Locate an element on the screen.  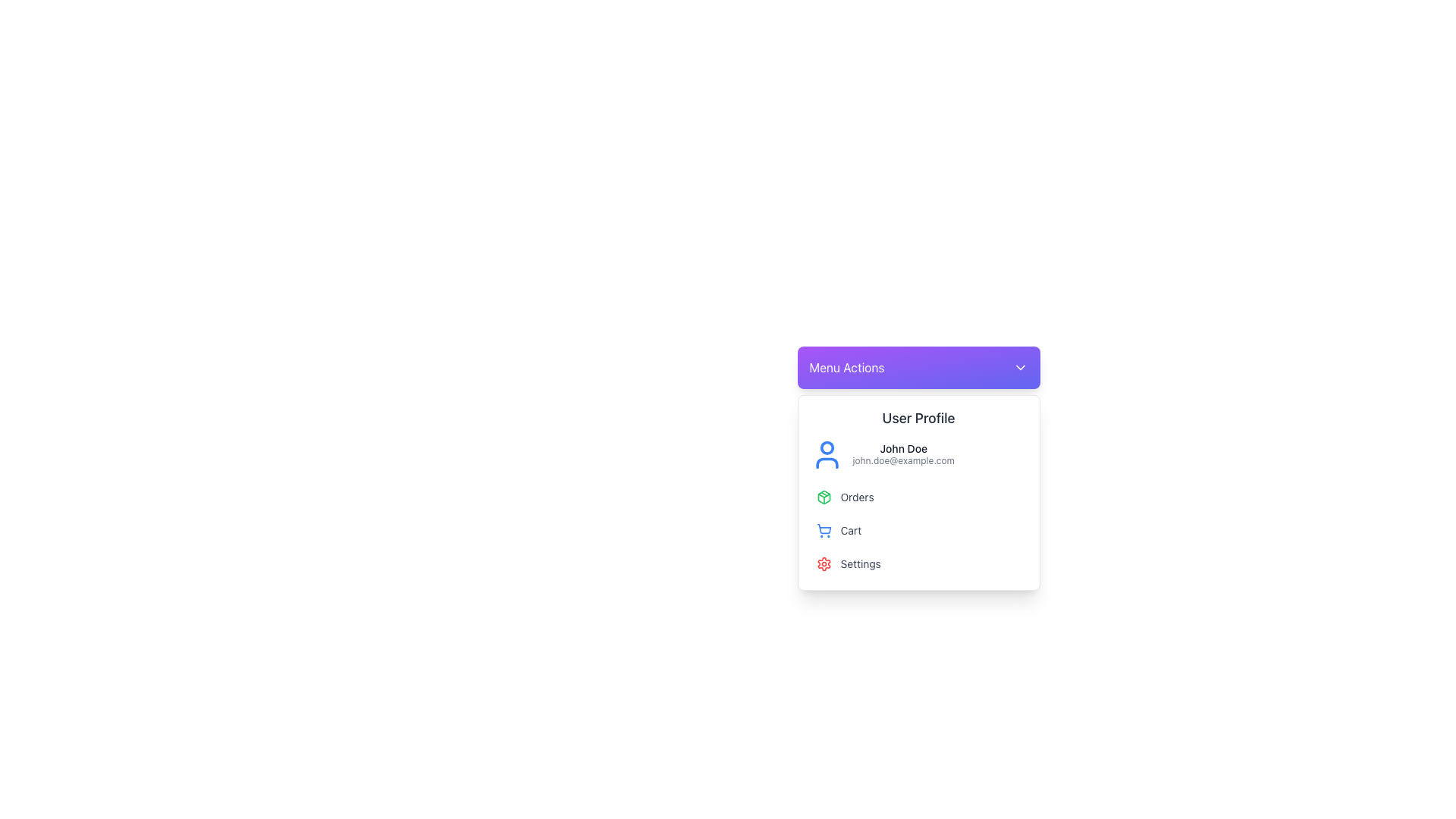
the Profile Display element, which represents the logged-in user's information and is located below the 'User Profile' label in the dropdown menu is located at coordinates (918, 454).